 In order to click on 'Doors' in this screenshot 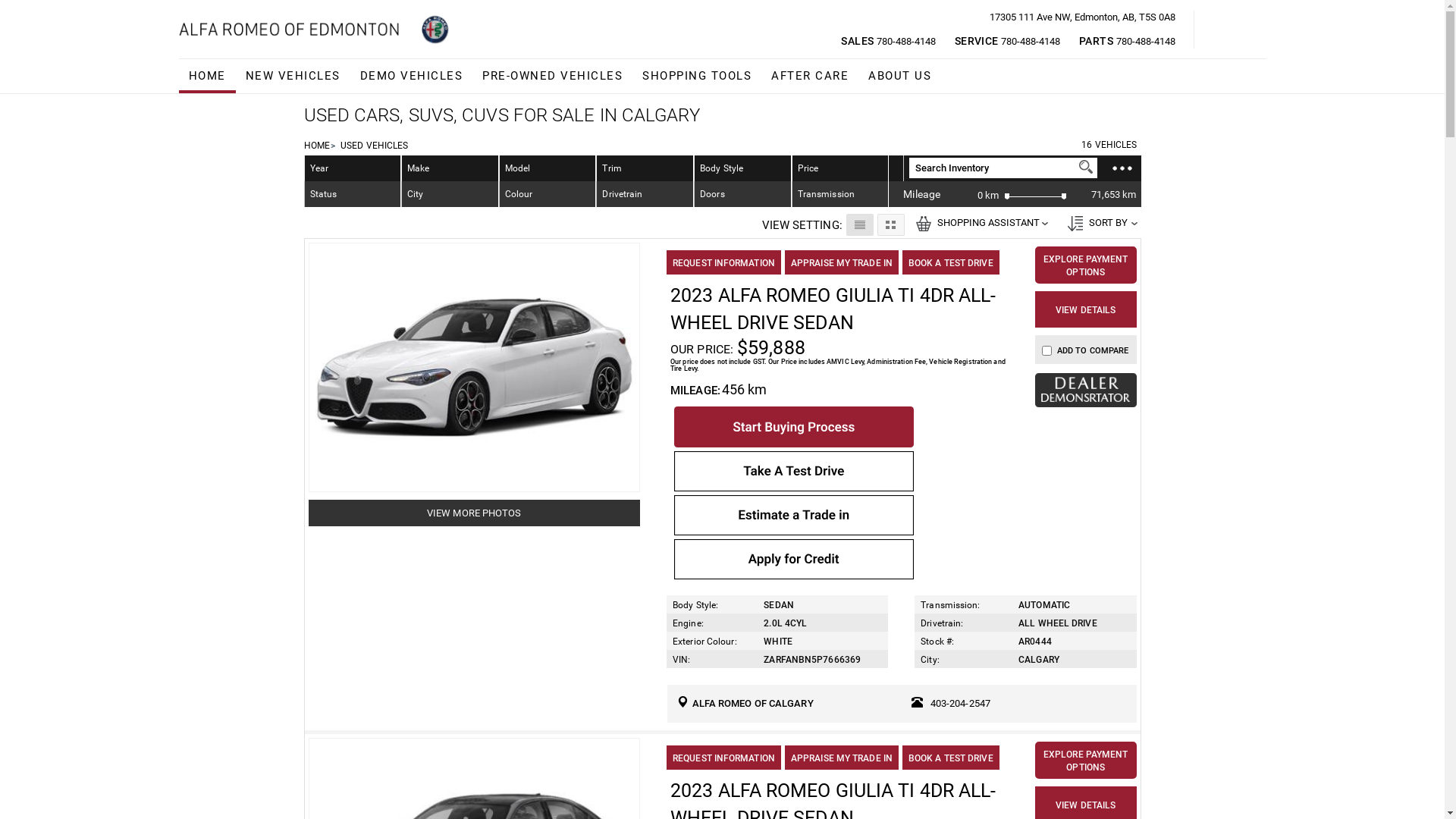, I will do `click(742, 193)`.